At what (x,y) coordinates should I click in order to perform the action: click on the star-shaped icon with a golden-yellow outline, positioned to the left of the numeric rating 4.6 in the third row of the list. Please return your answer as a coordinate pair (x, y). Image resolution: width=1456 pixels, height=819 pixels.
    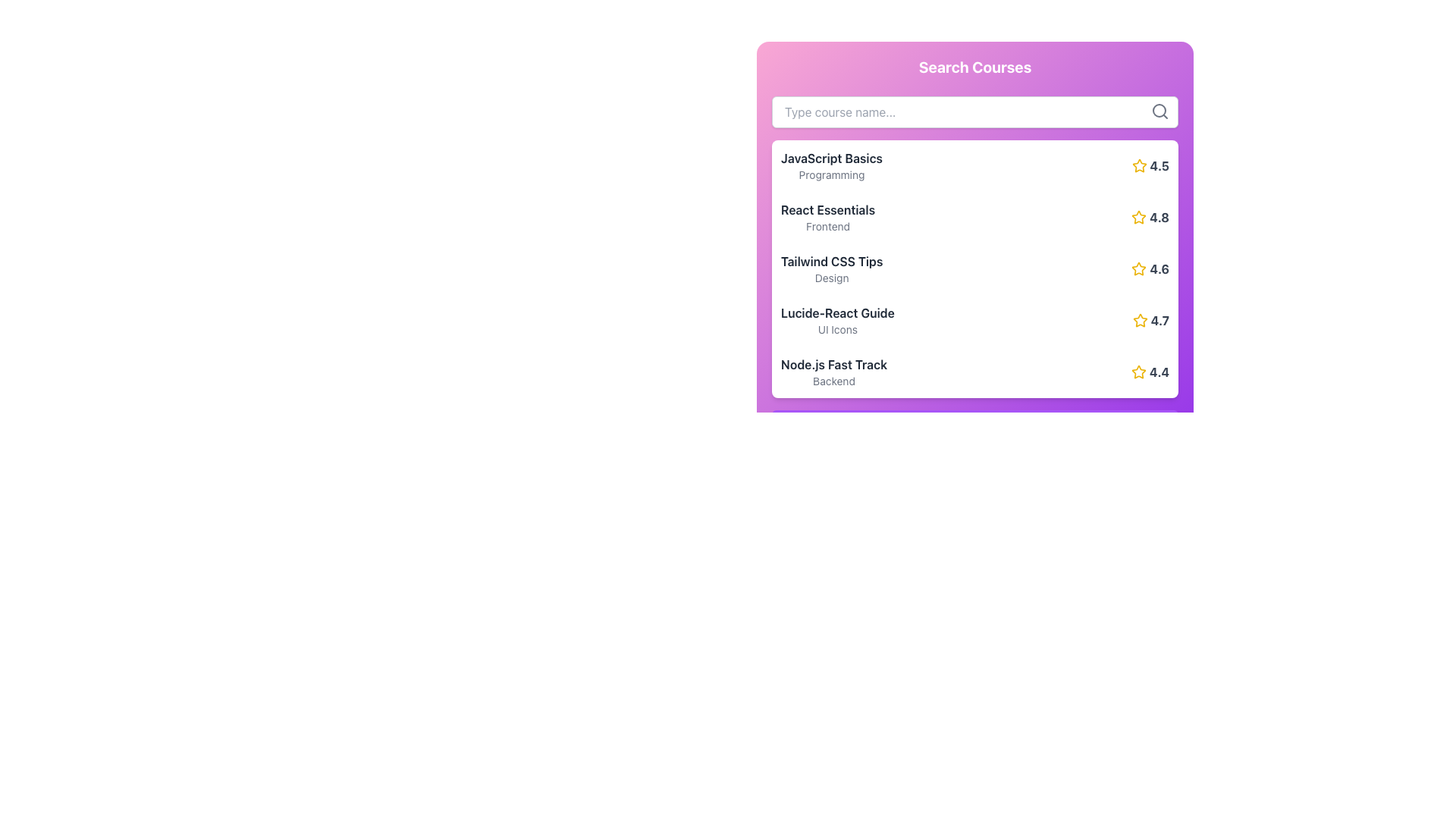
    Looking at the image, I should click on (1139, 268).